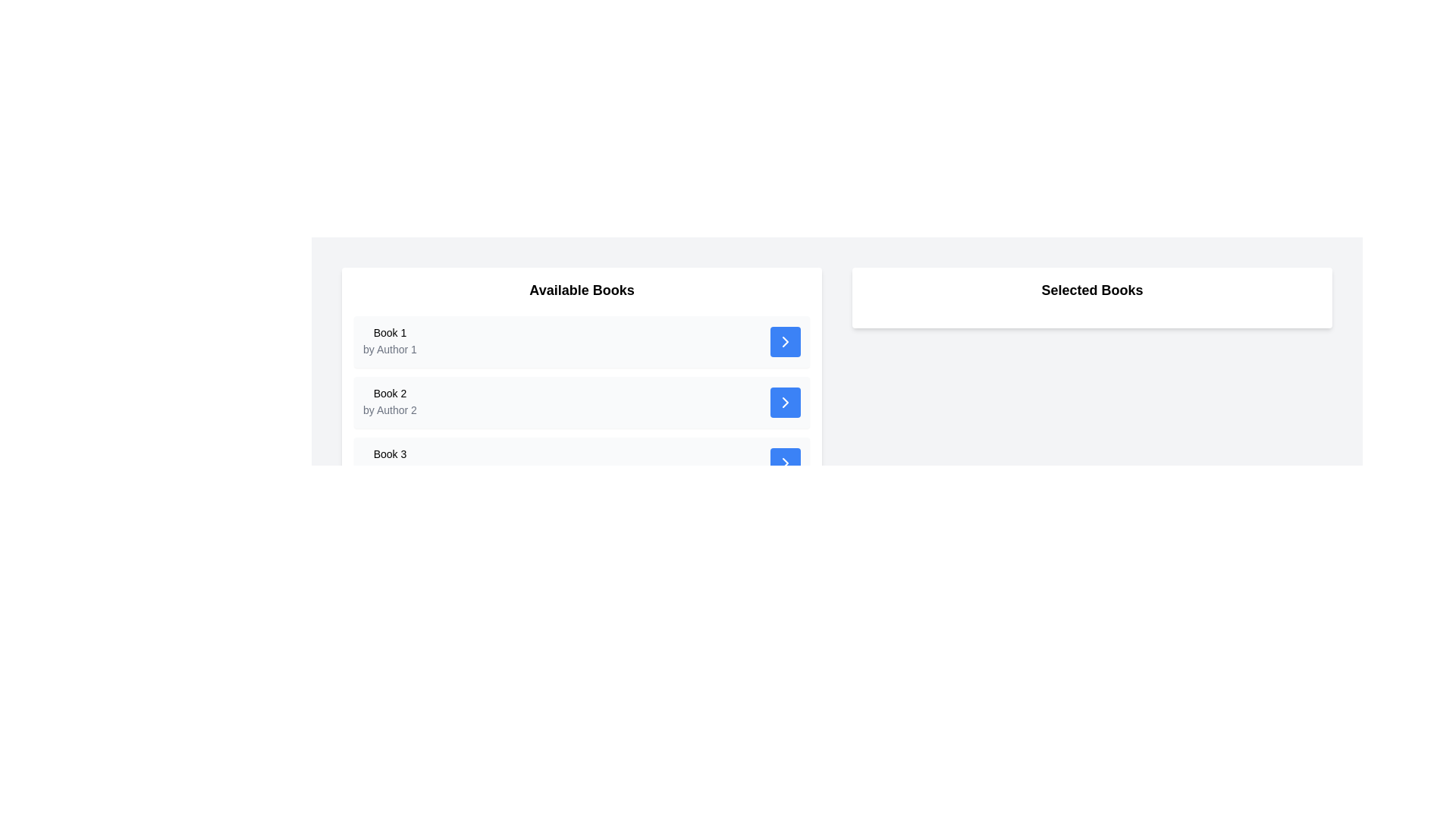  I want to click on the text label 'Book 1' which identifies the title of the first book in the list of available books, so click(390, 332).